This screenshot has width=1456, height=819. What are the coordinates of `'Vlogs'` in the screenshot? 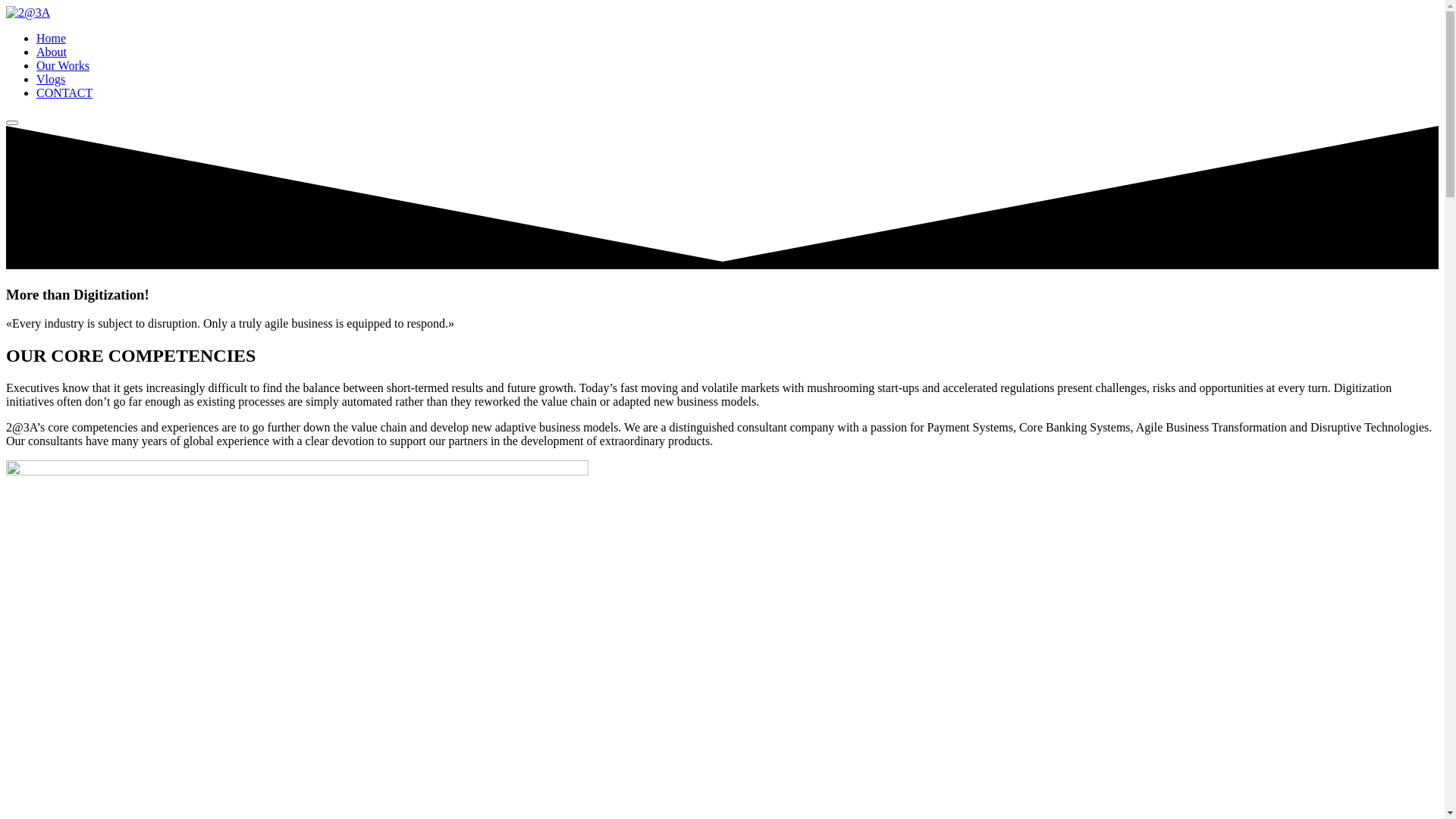 It's located at (51, 79).